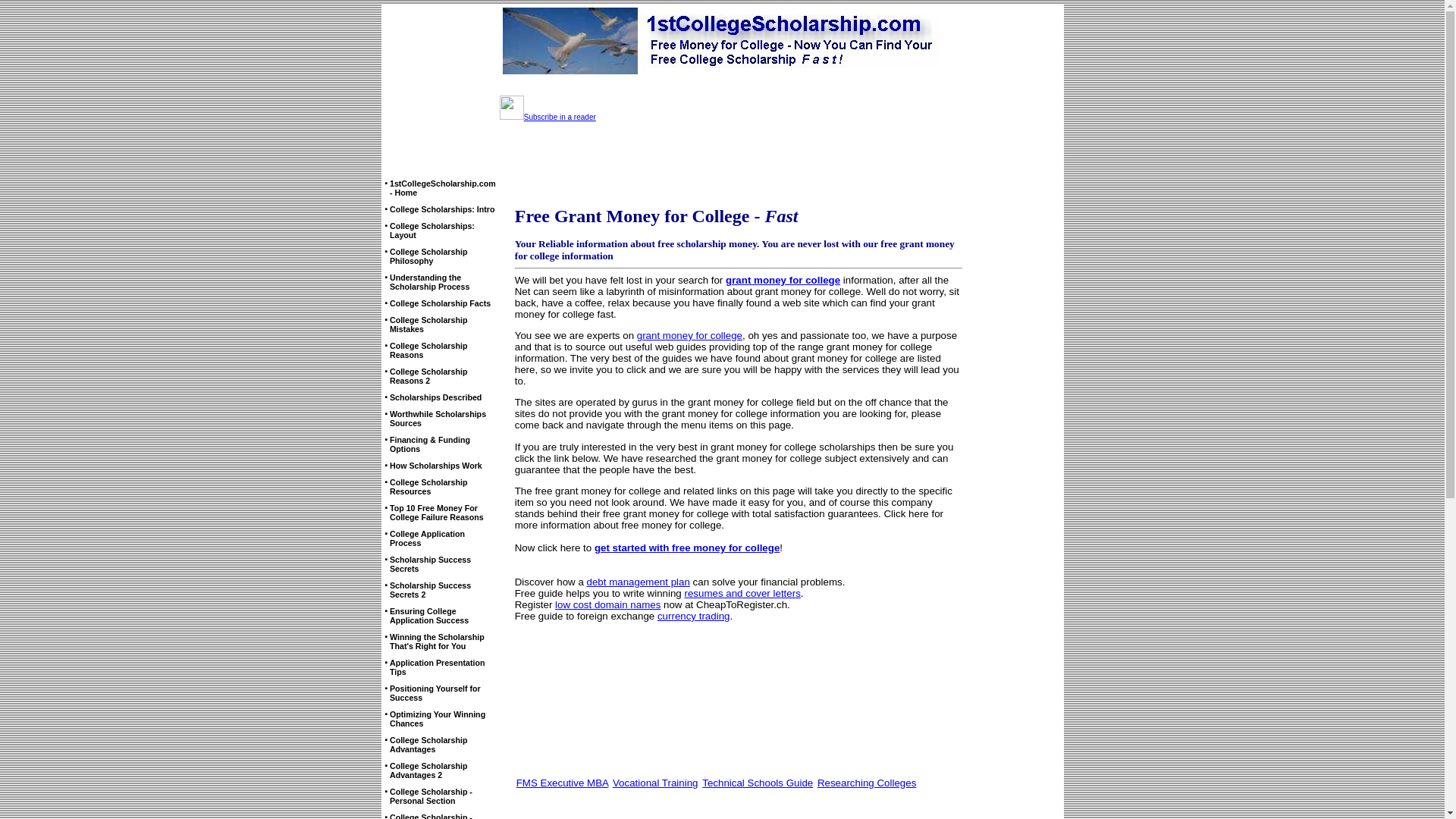 This screenshot has width=1456, height=819. Describe the element at coordinates (428, 444) in the screenshot. I see `'Financing & Funding Options'` at that location.